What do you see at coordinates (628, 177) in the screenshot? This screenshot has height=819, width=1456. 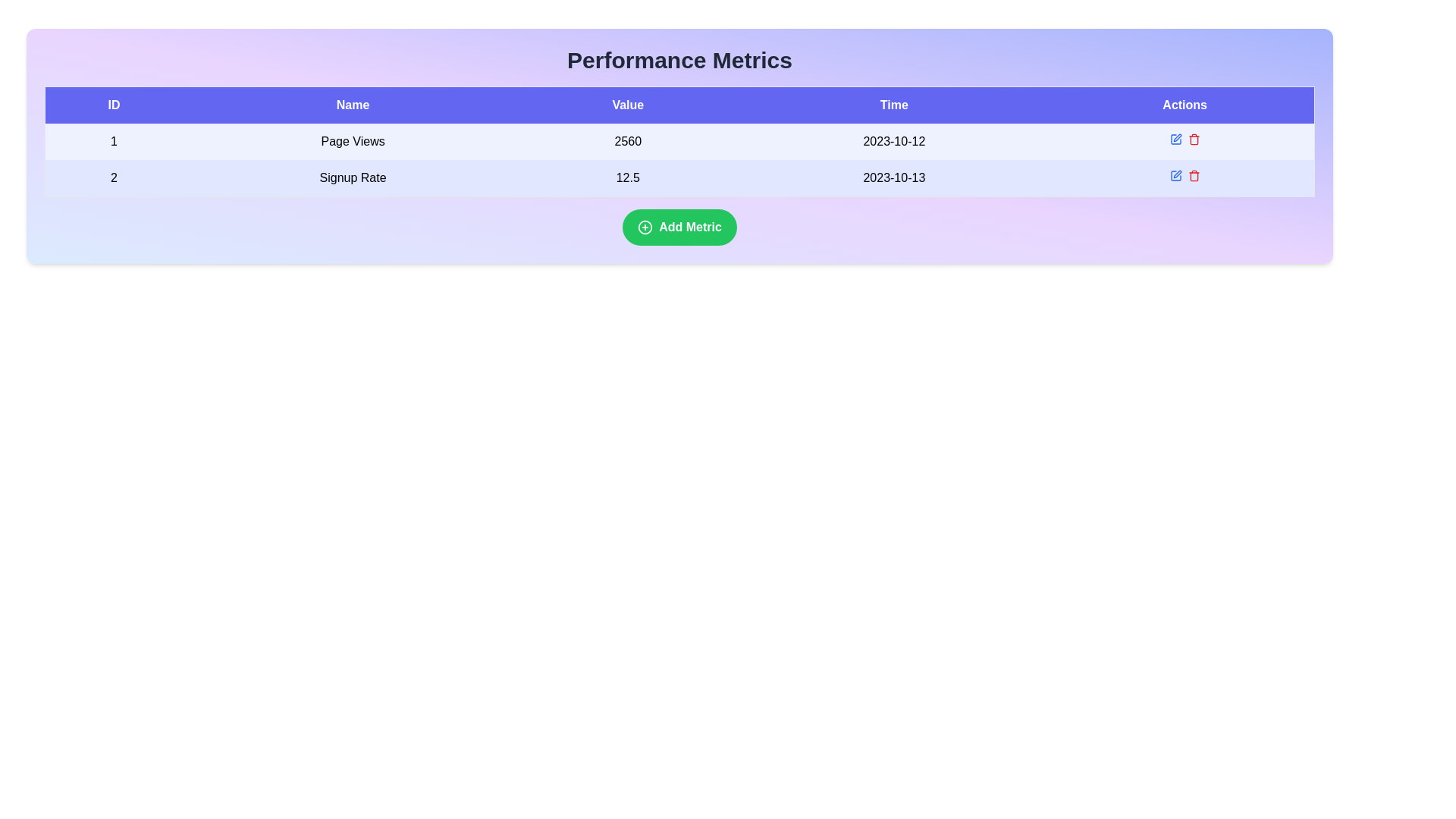 I see `the centered text component displaying '12.5' in black on a light blue background, located in the third column of the second row under the 'Value' header` at bounding box center [628, 177].